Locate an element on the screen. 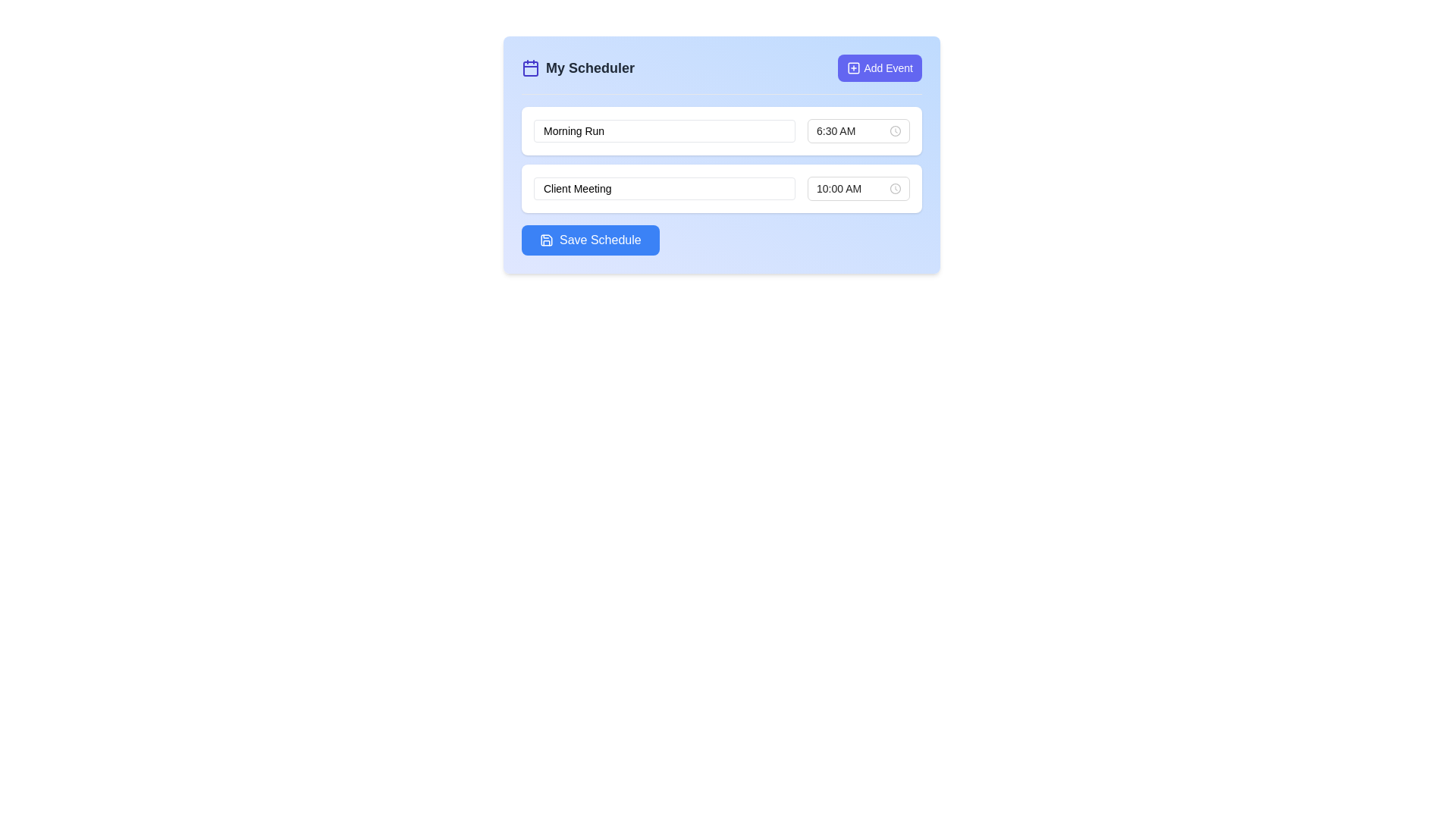 This screenshot has width=1456, height=819. the clock icon located to the right of the '6:30 AM' time input field for the event 'Morning Run' is located at coordinates (895, 130).